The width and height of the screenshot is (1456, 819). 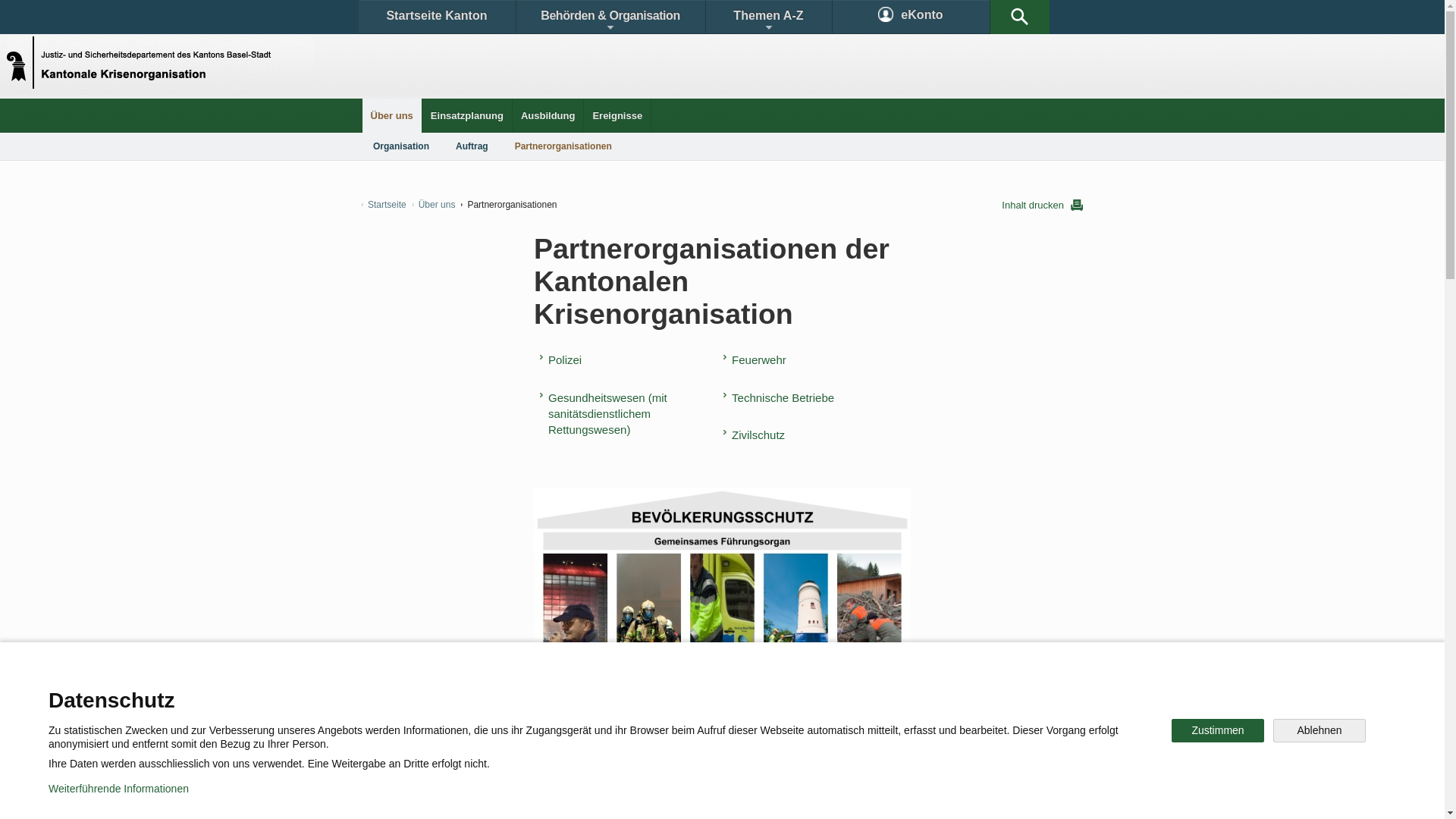 I want to click on 'Auftrag', so click(x=471, y=146).